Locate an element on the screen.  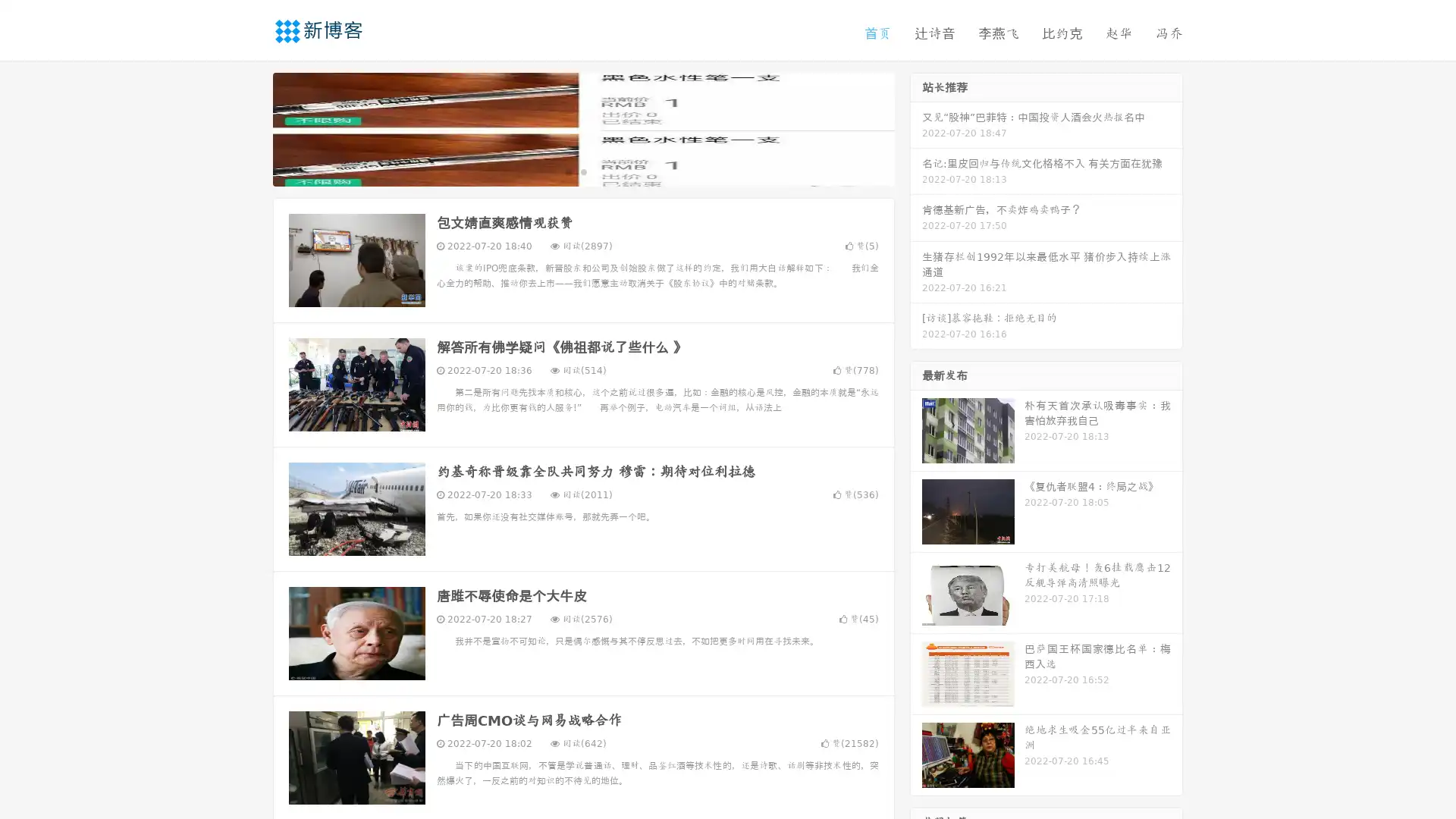
Go to slide 3 is located at coordinates (598, 171).